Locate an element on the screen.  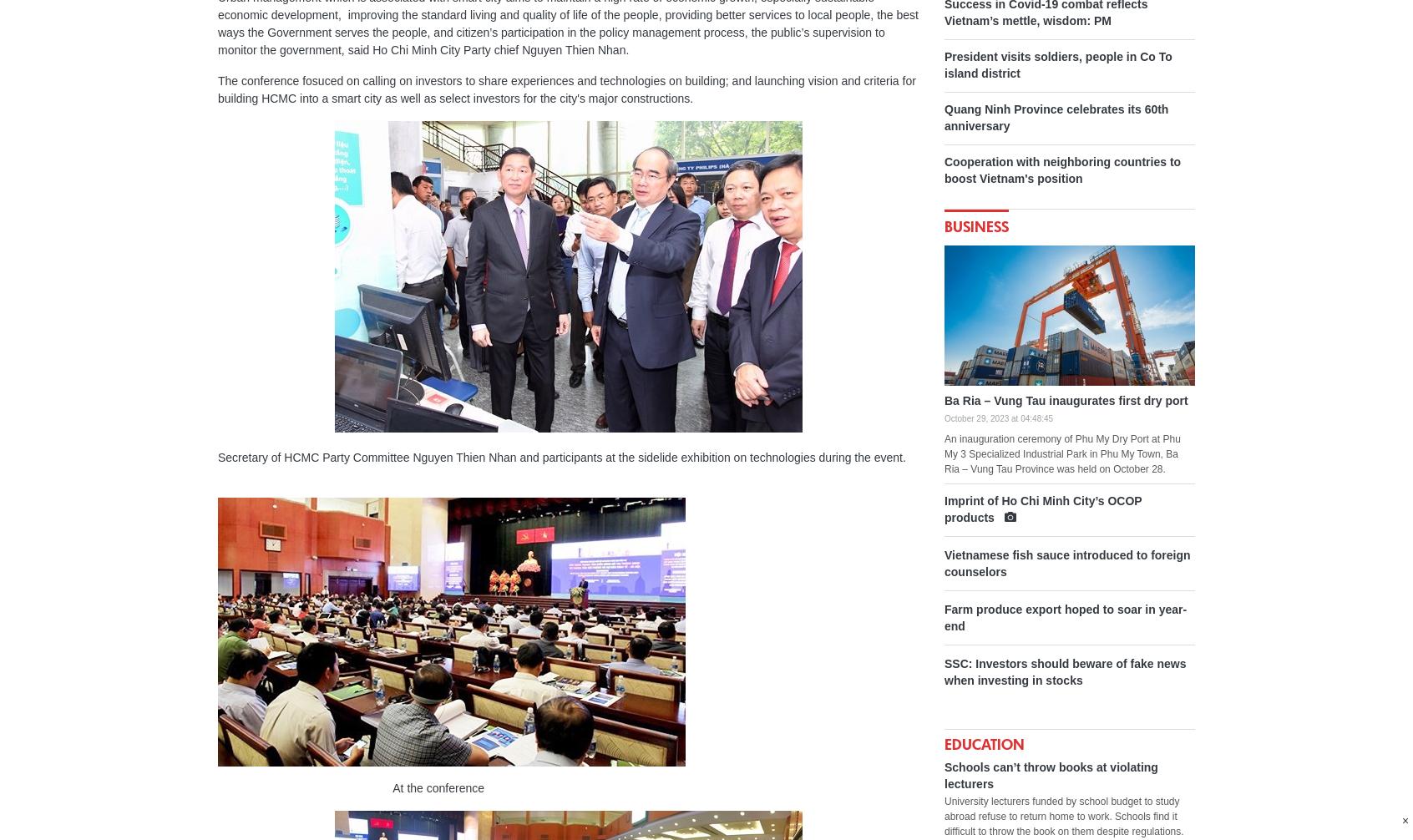
'Farm produce export hoped to soar in year-end' is located at coordinates (1064, 618).